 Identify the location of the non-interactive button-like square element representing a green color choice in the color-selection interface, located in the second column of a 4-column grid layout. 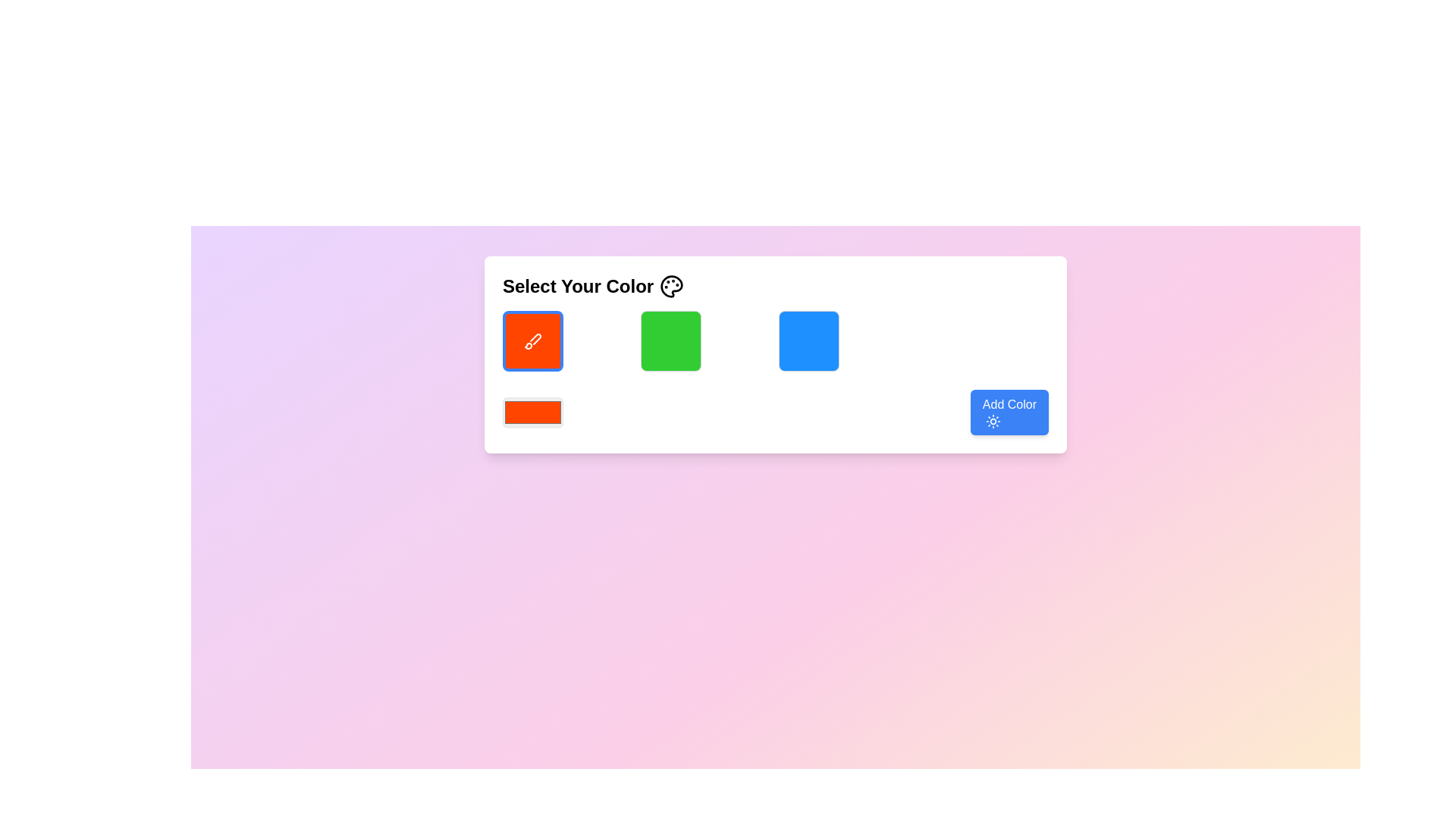
(670, 341).